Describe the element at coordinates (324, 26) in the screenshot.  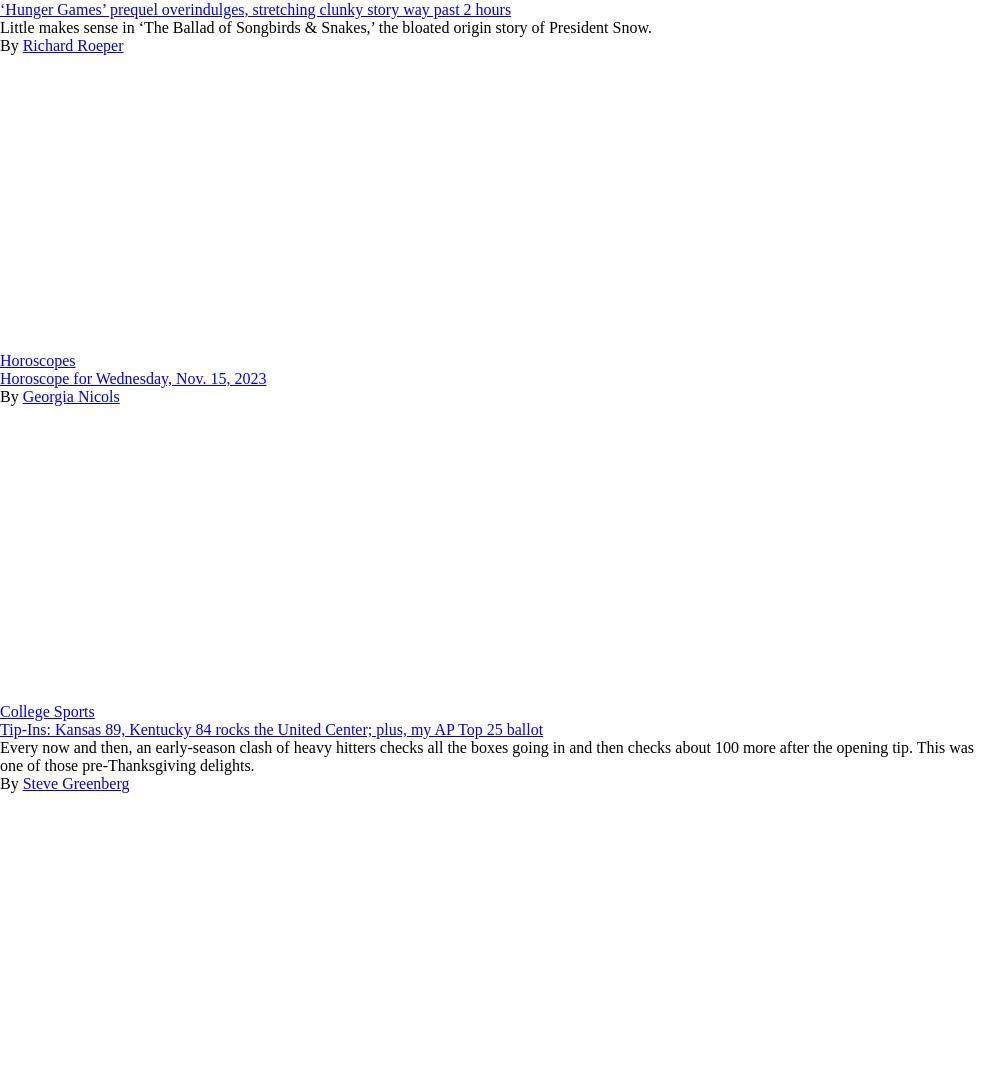
I see `'Little makes sense in ‘The Ballad of Songbirds & Snakes,’ the bloated origin story of President Snow.'` at that location.